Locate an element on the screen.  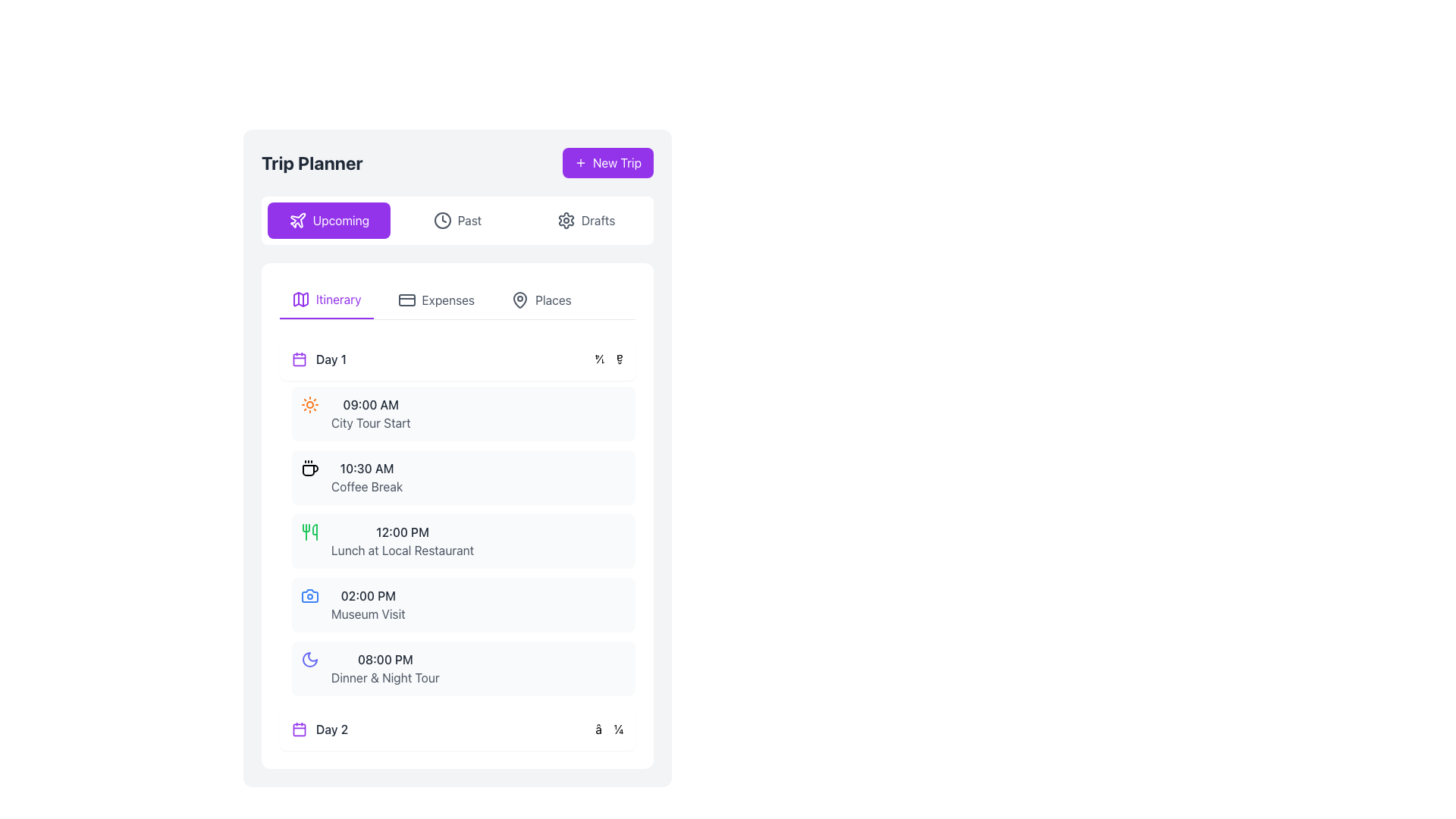
the calendar icon associated with the text 'Day 2', located in the lower portion of the interface, aligned to the left side of the section marked 'Day 2' is located at coordinates (299, 728).